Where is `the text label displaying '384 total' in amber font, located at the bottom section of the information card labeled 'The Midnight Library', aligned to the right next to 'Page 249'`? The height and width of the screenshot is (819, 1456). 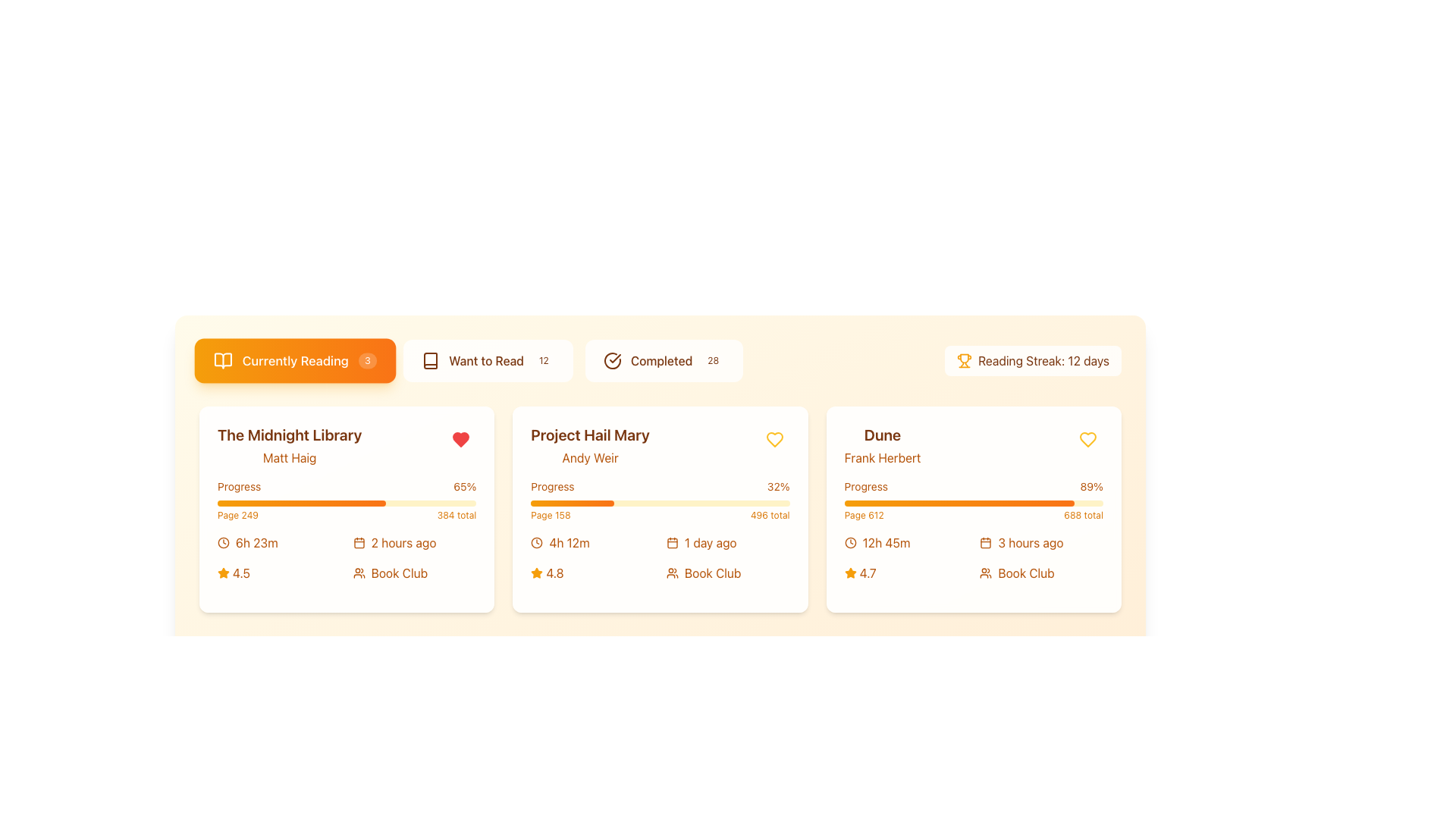
the text label displaying '384 total' in amber font, located at the bottom section of the information card labeled 'The Midnight Library', aligned to the right next to 'Page 249' is located at coordinates (456, 514).